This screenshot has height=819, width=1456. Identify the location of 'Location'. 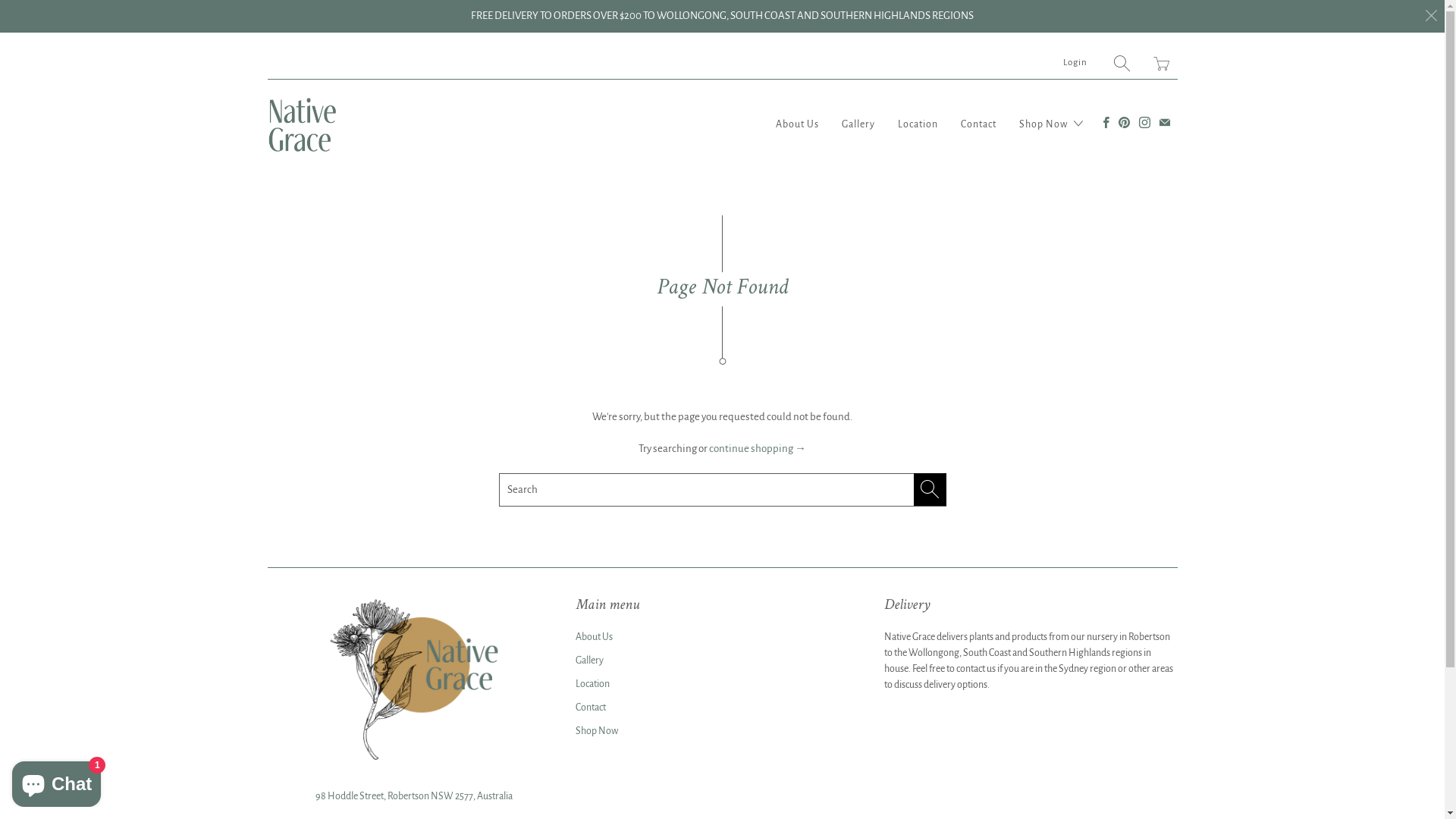
(591, 683).